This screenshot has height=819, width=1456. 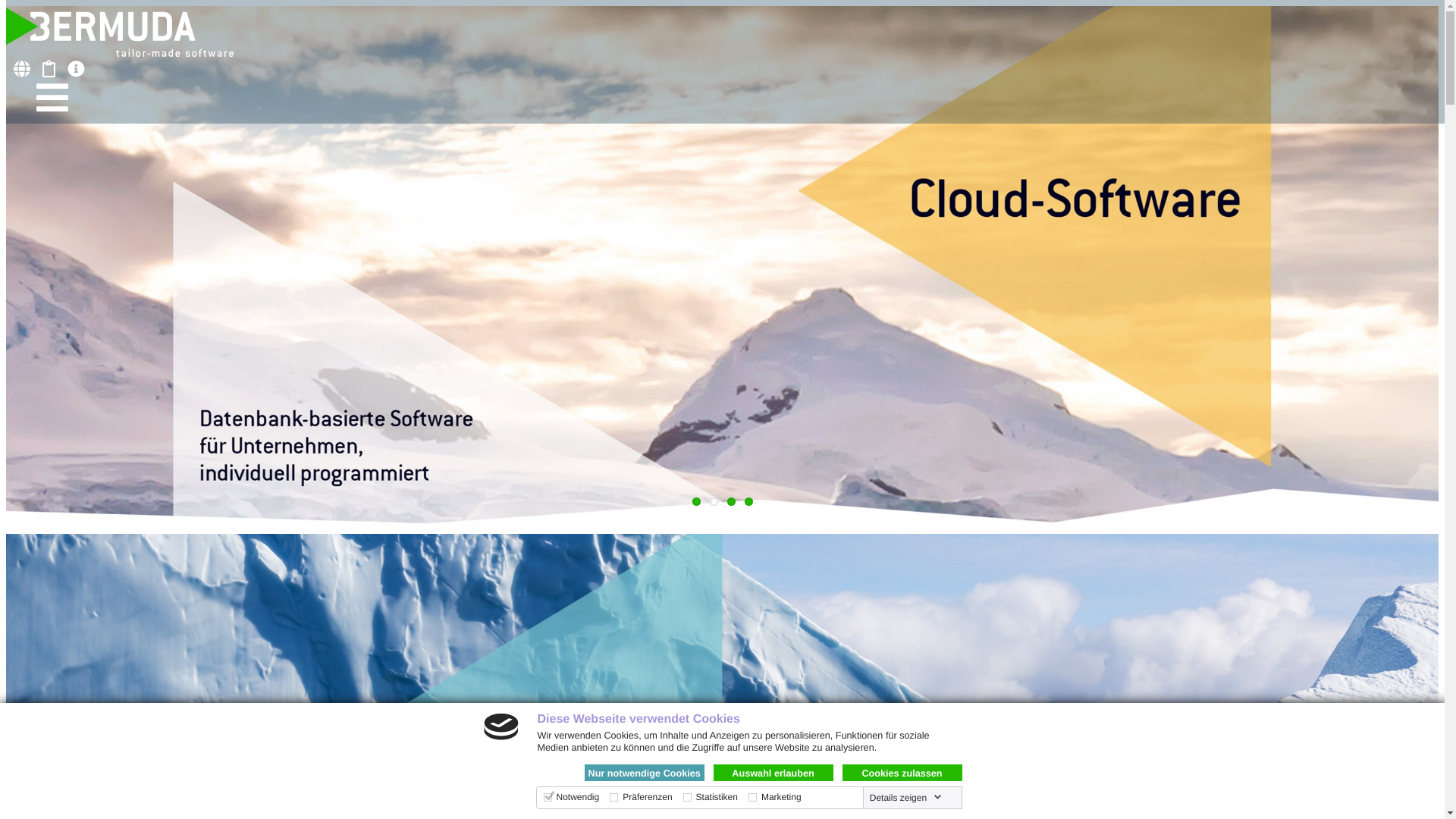 I want to click on 'Auswahl erlauben', so click(x=772, y=772).